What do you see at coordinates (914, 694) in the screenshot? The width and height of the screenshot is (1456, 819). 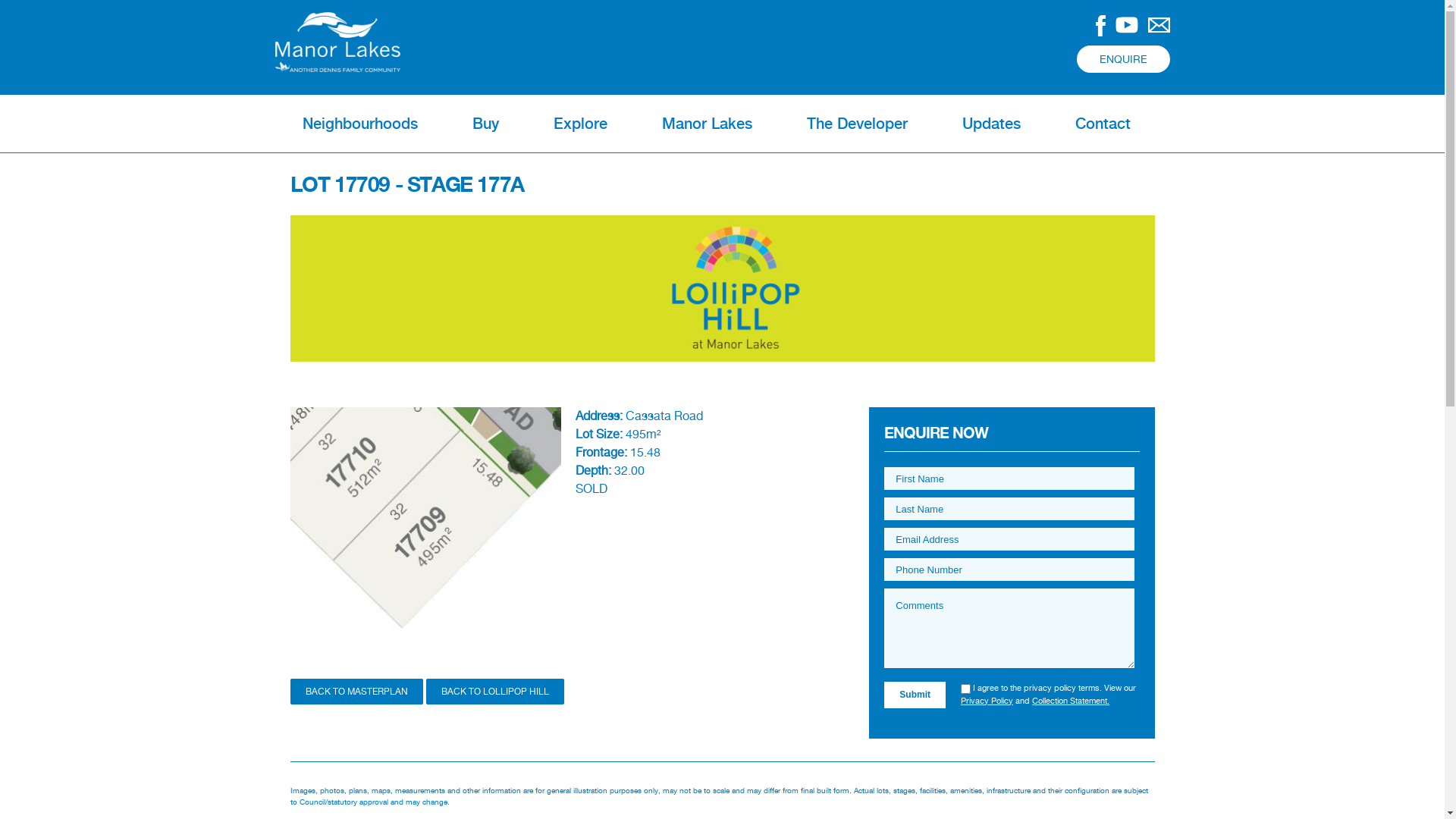 I see `'Submit'` at bounding box center [914, 694].